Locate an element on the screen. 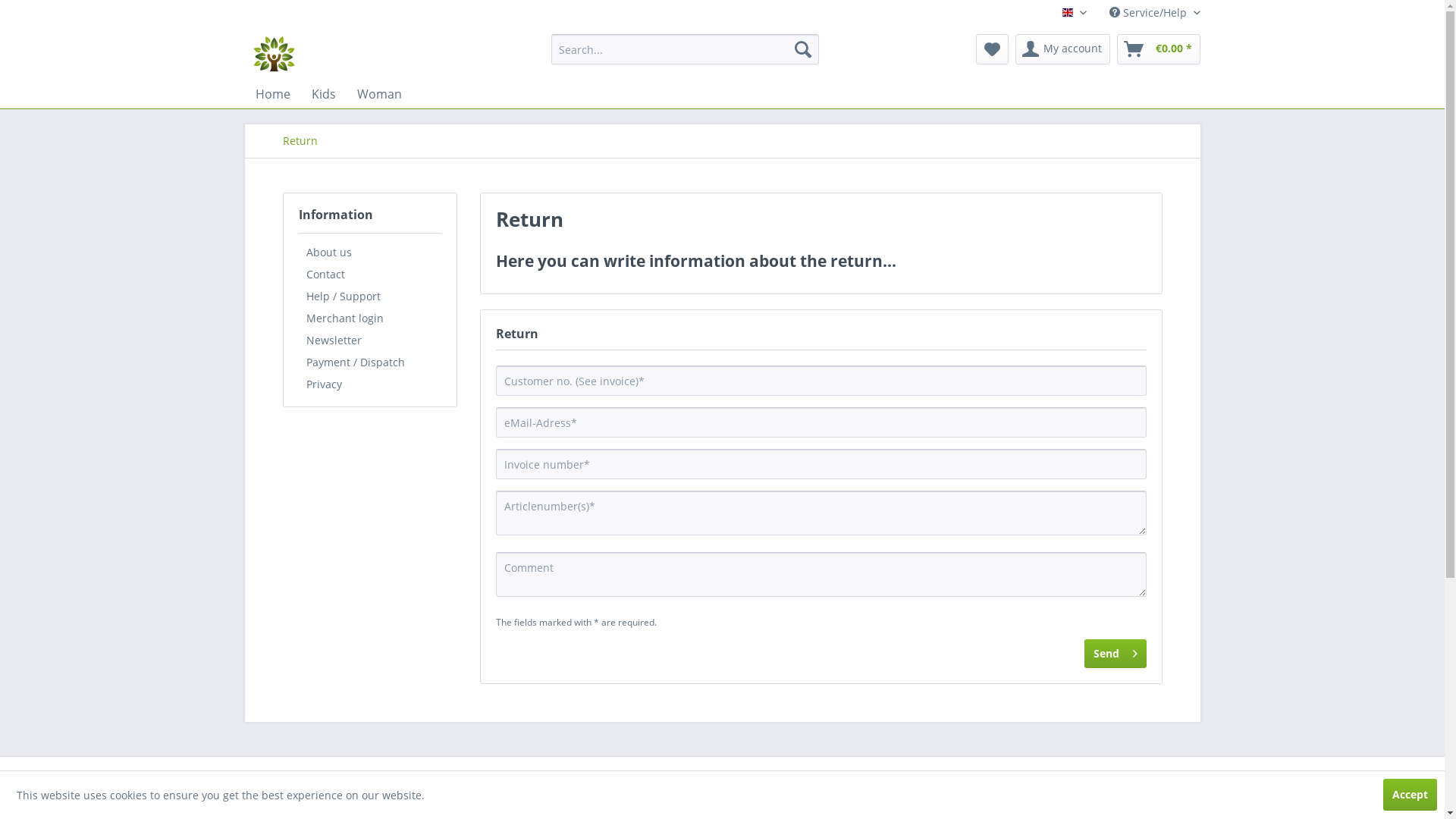 The height and width of the screenshot is (819, 1456). 'Bachremedy English - Switch to homepage' is located at coordinates (273, 52).